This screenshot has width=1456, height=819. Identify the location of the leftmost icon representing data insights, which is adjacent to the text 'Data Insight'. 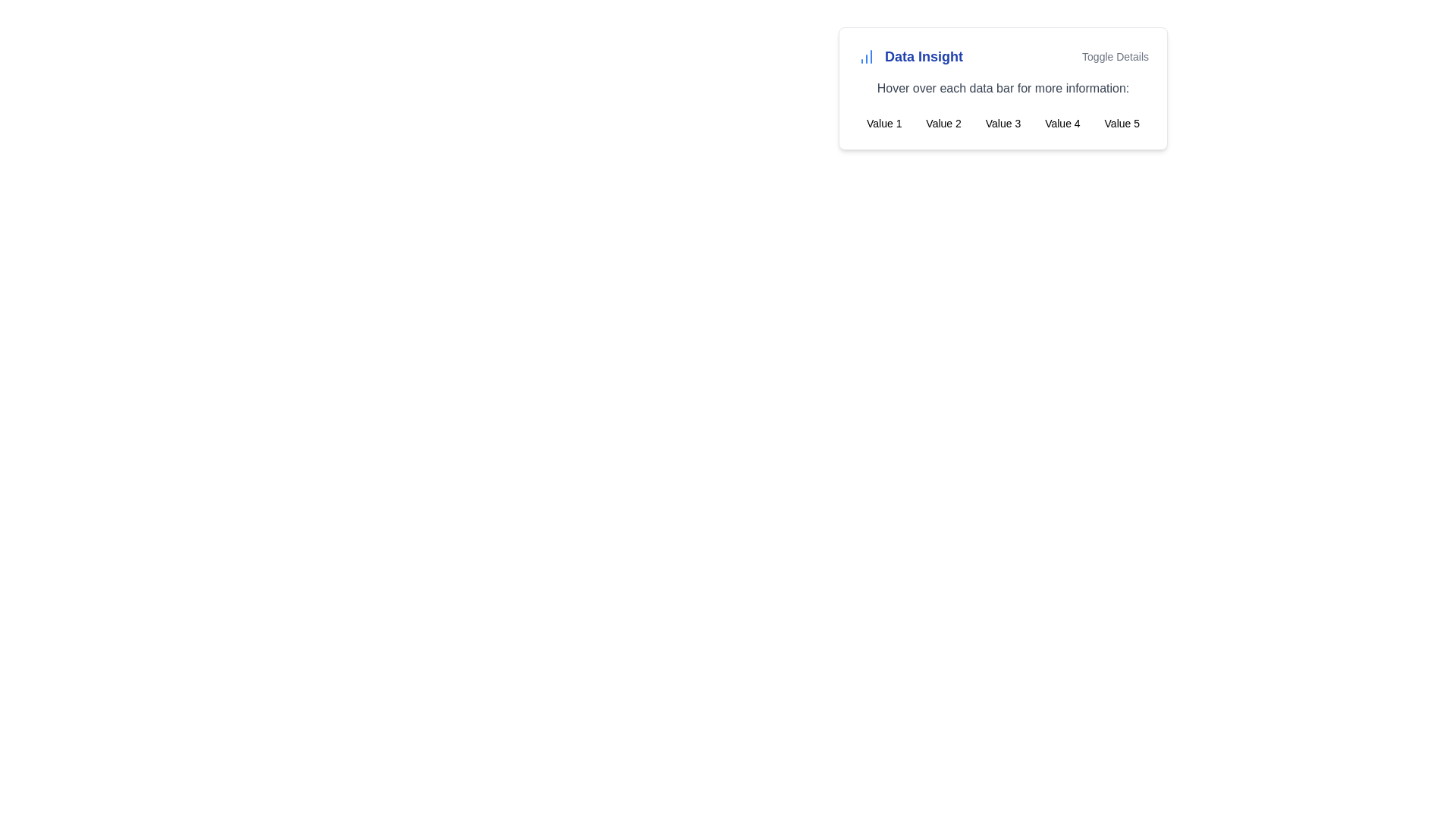
(866, 55).